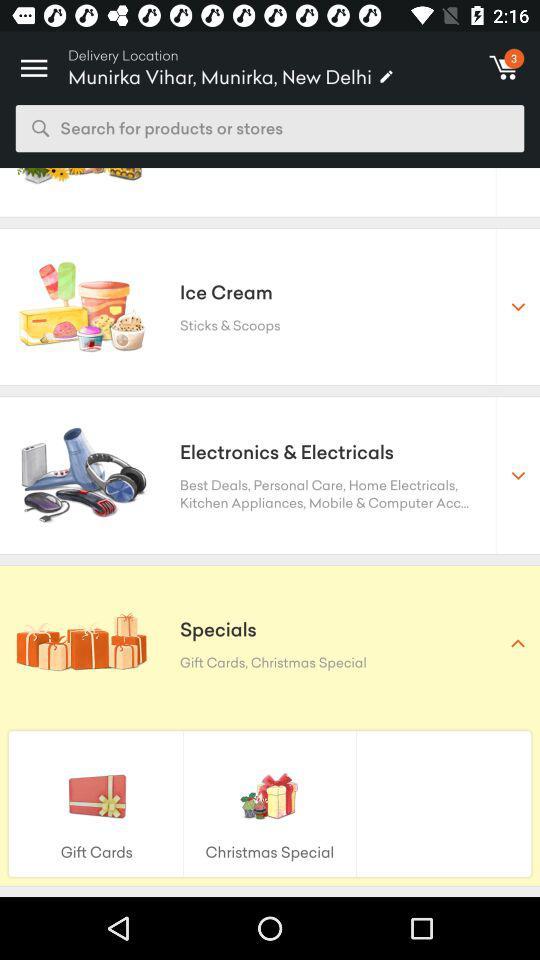 The height and width of the screenshot is (960, 540). I want to click on icon to the left of delivery location, so click(33, 62).